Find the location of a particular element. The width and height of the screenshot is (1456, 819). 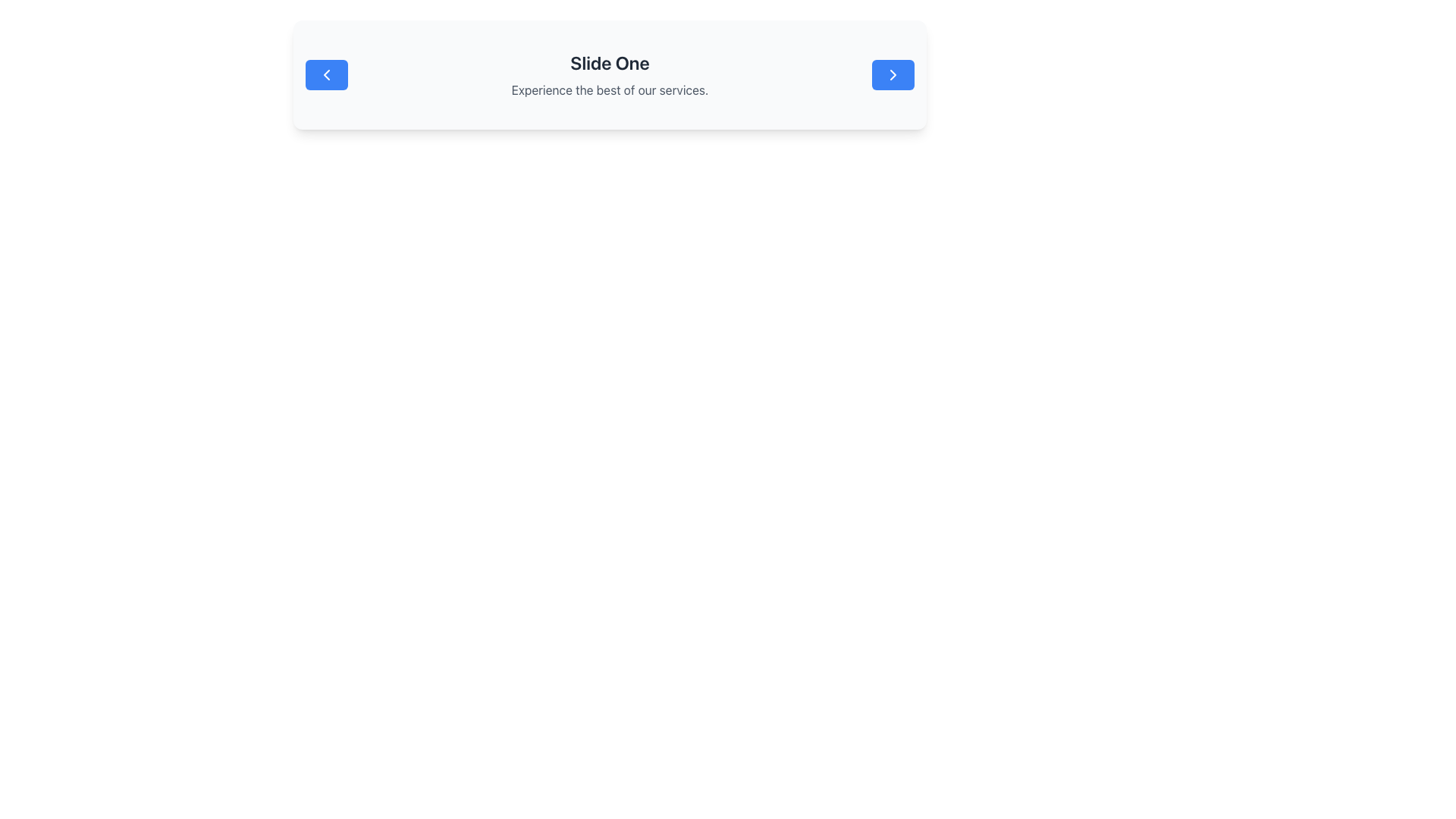

the Text Label that serves as the title or heading for the slide, located at the top-center of the layout, above the 'Experience the best of our services.' text is located at coordinates (610, 62).